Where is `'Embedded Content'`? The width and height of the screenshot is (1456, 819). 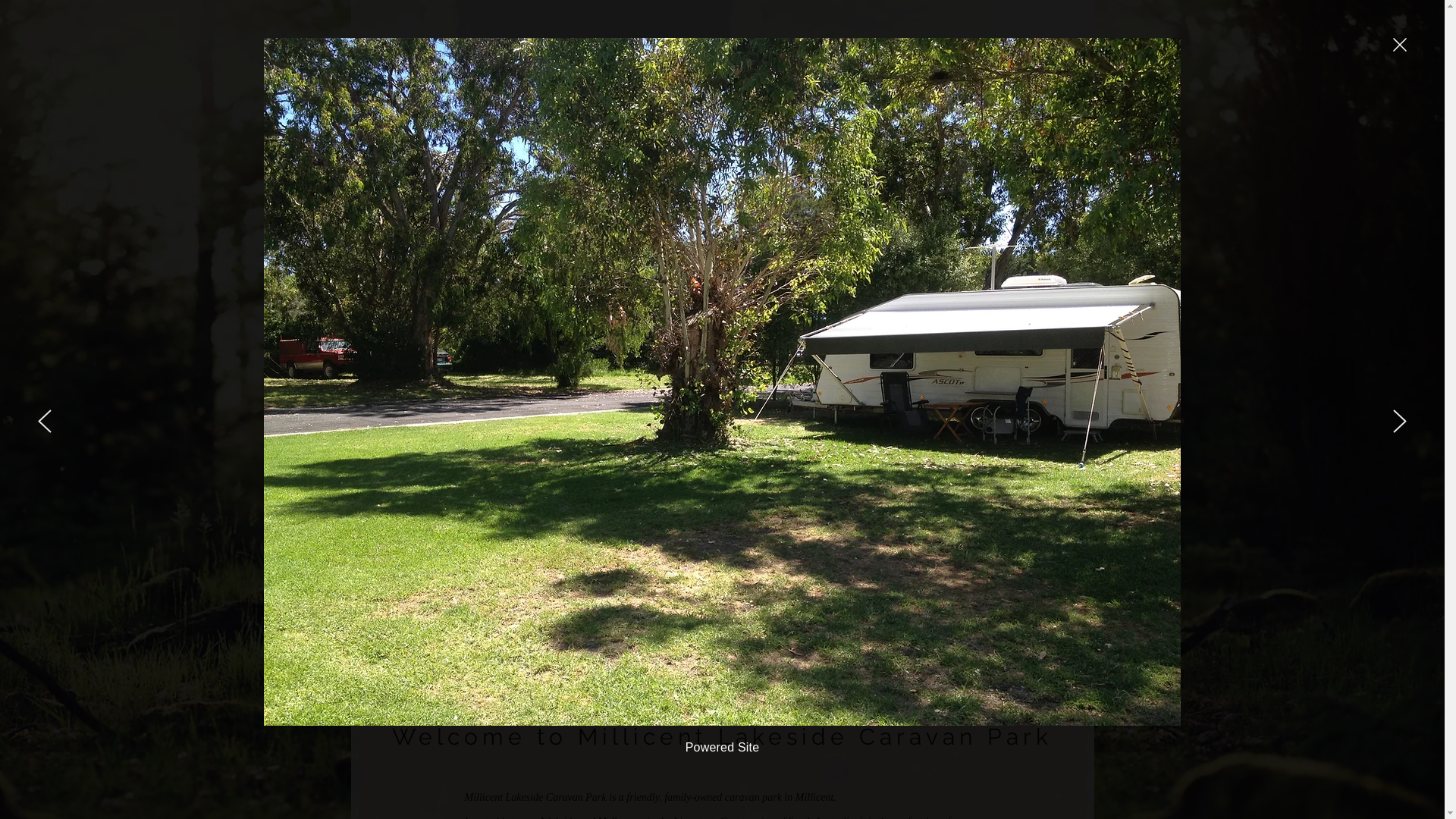 'Embedded Content' is located at coordinates (689, 107).